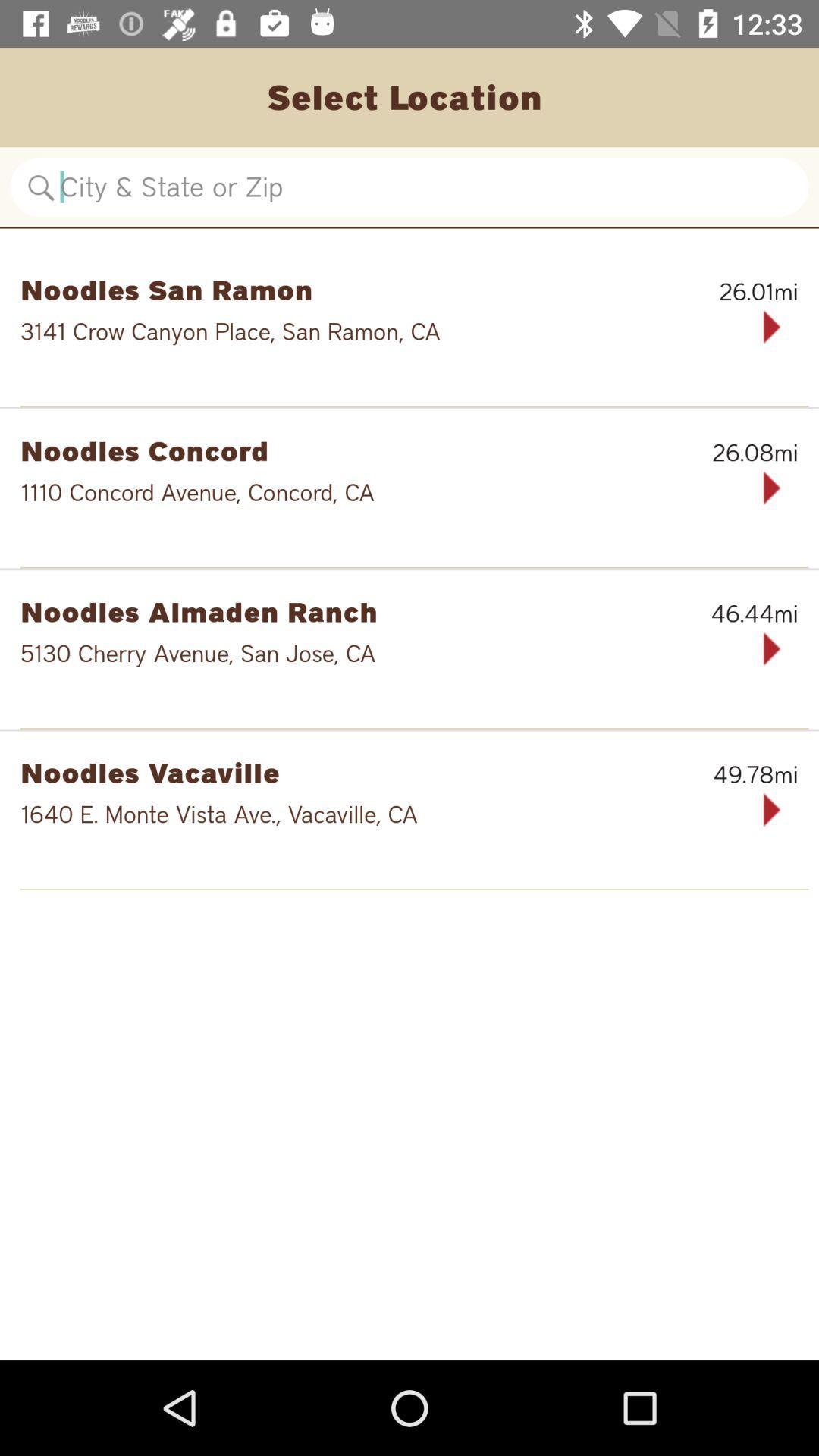 The height and width of the screenshot is (1456, 819). I want to click on icon next to 46.44mi, so click(331, 611).